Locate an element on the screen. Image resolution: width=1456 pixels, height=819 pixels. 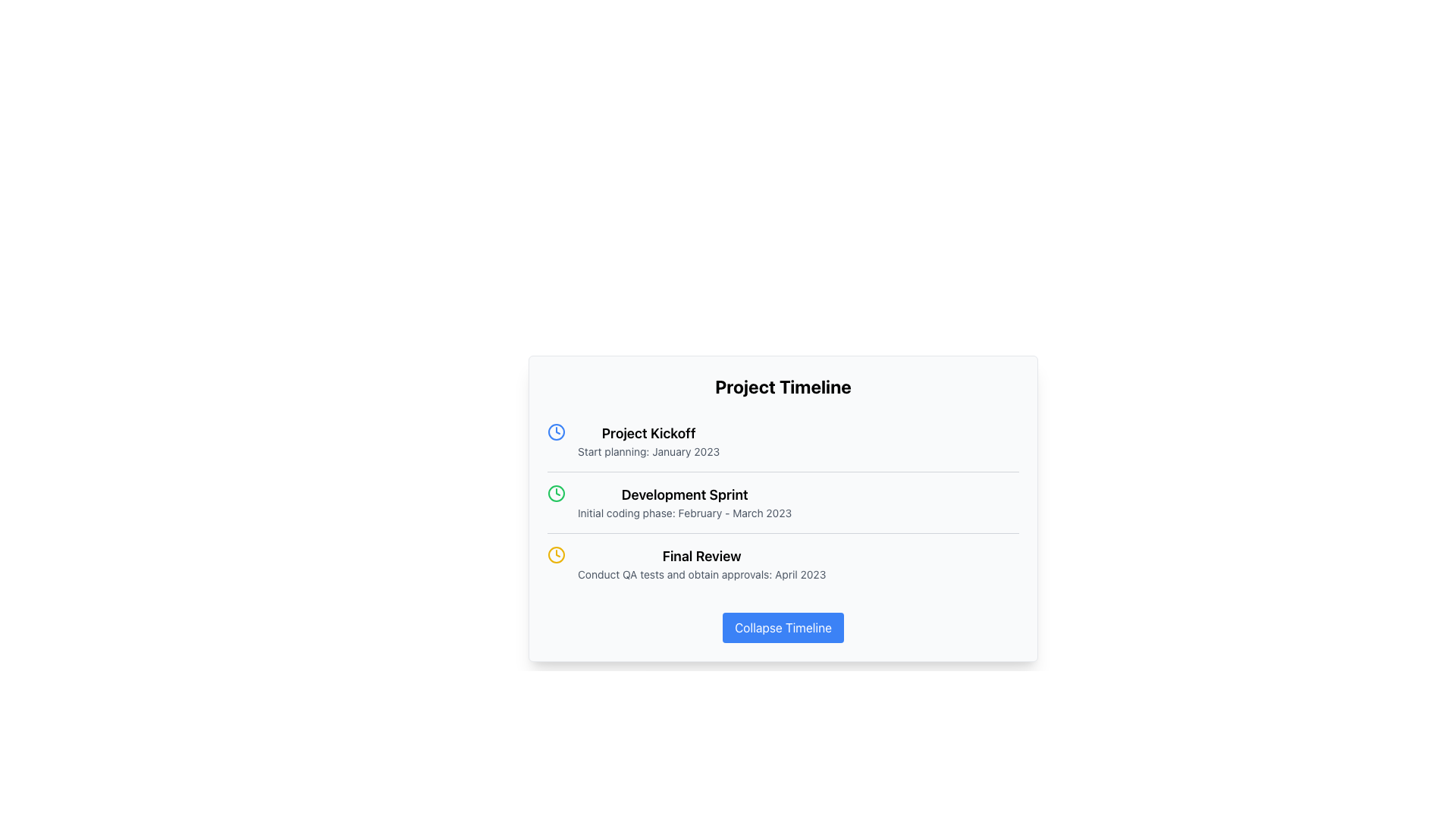
the time or deadline icon representing the 'Project Kickoff' event, which is located to the left of the text 'Project Kickoff' is located at coordinates (556, 432).